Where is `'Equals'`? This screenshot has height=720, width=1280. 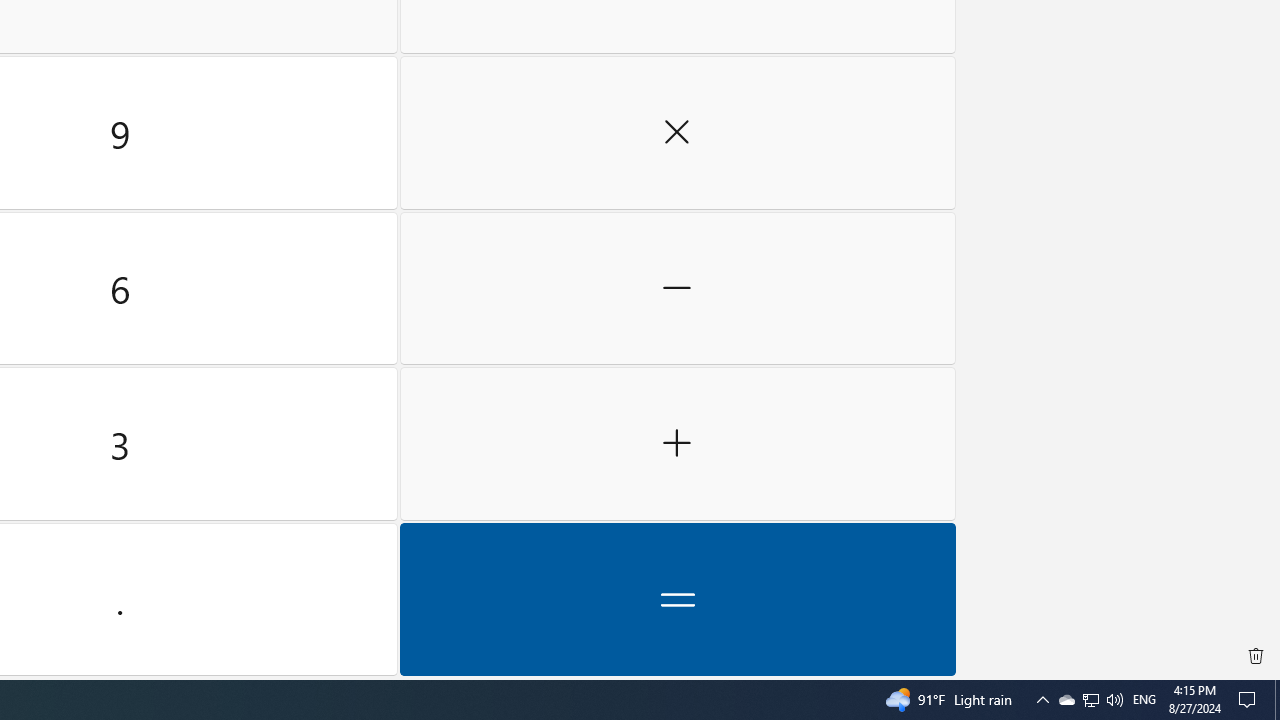
'Equals' is located at coordinates (677, 598).